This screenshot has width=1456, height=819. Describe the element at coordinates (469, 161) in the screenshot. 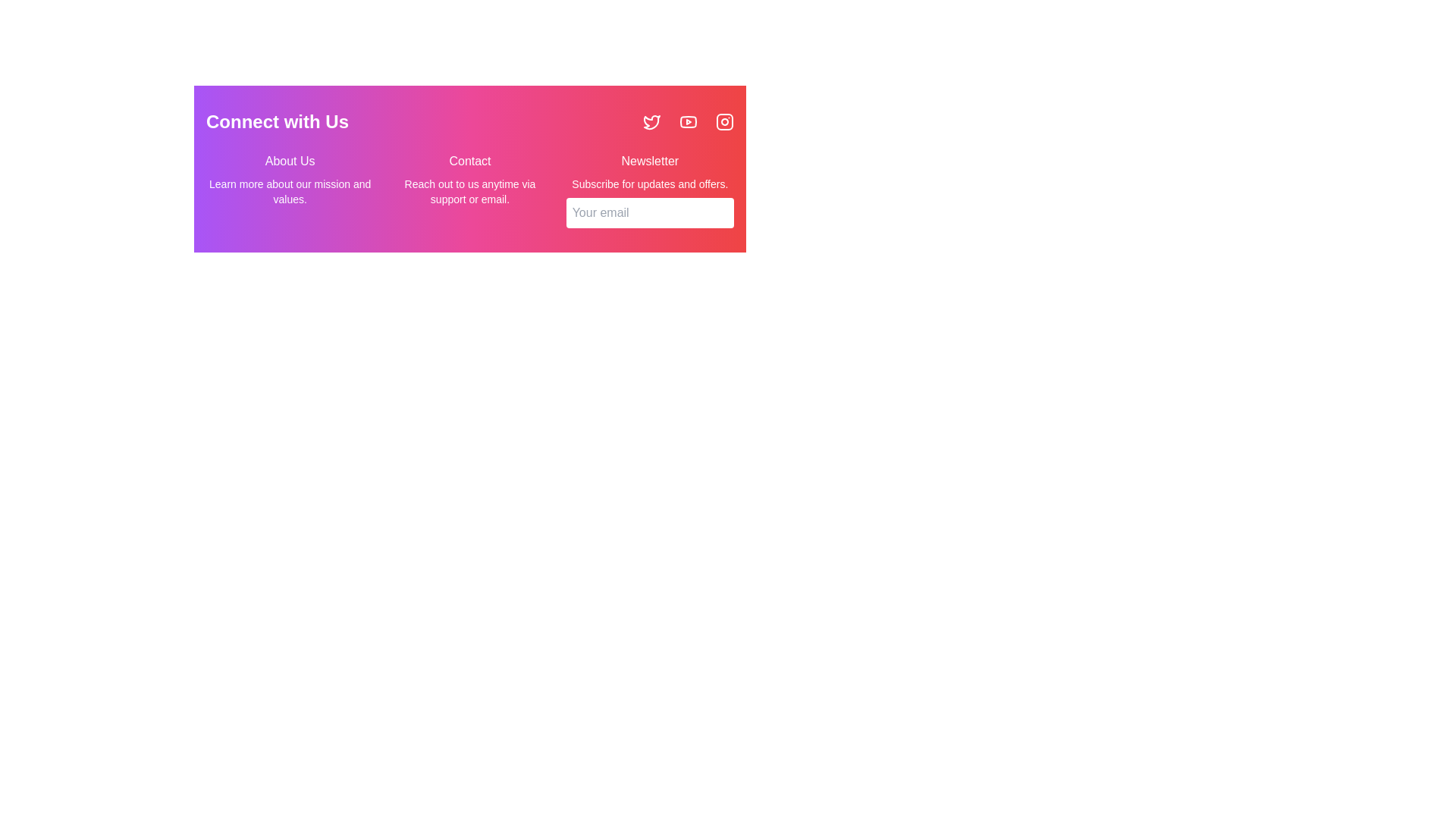

I see `the 'Contact' text element, which is styled with a bold font and is visually distinct against a gradient pink to purple background` at that location.